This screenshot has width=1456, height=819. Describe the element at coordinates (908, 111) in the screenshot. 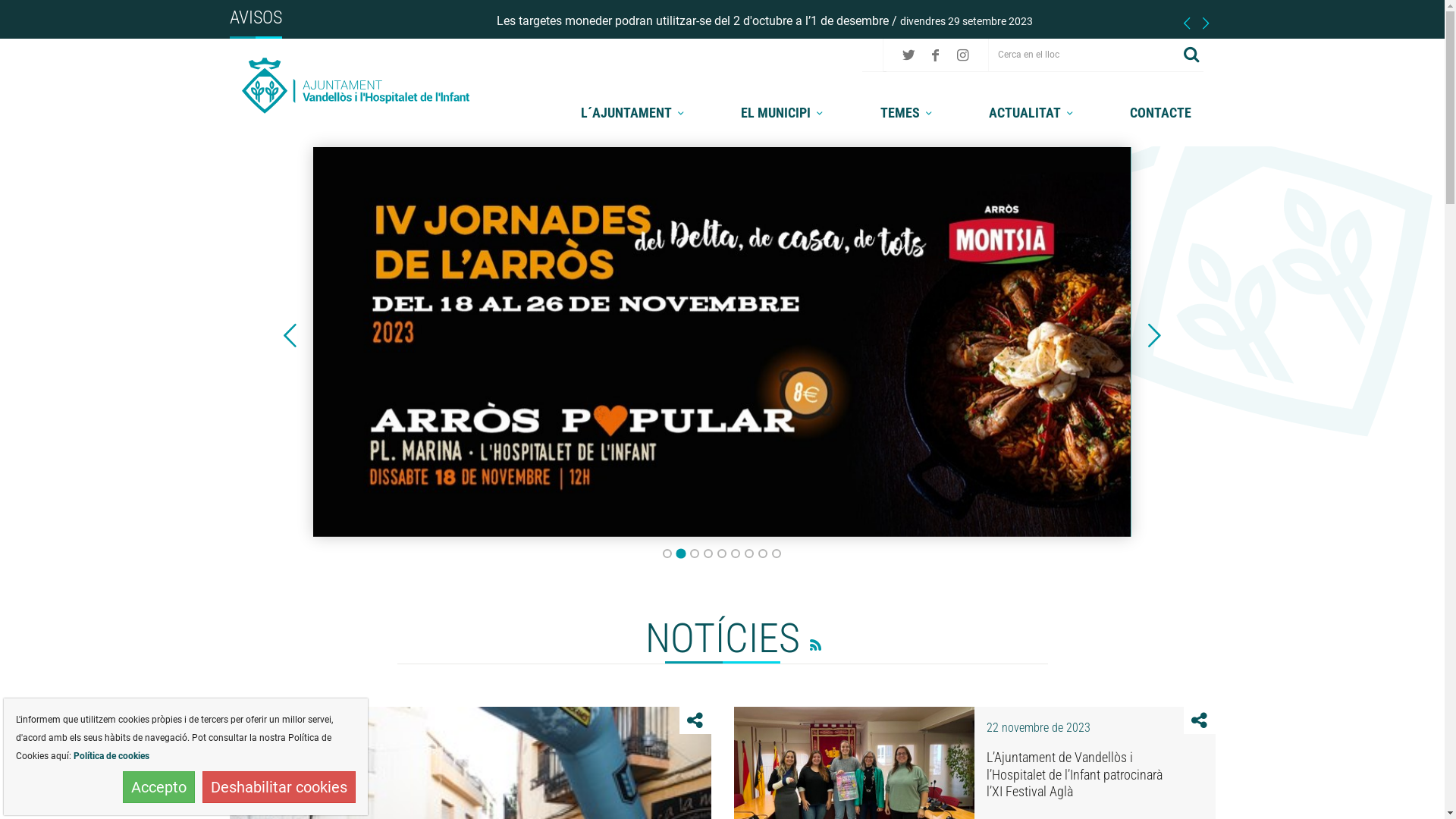

I see `'TEMES'` at that location.